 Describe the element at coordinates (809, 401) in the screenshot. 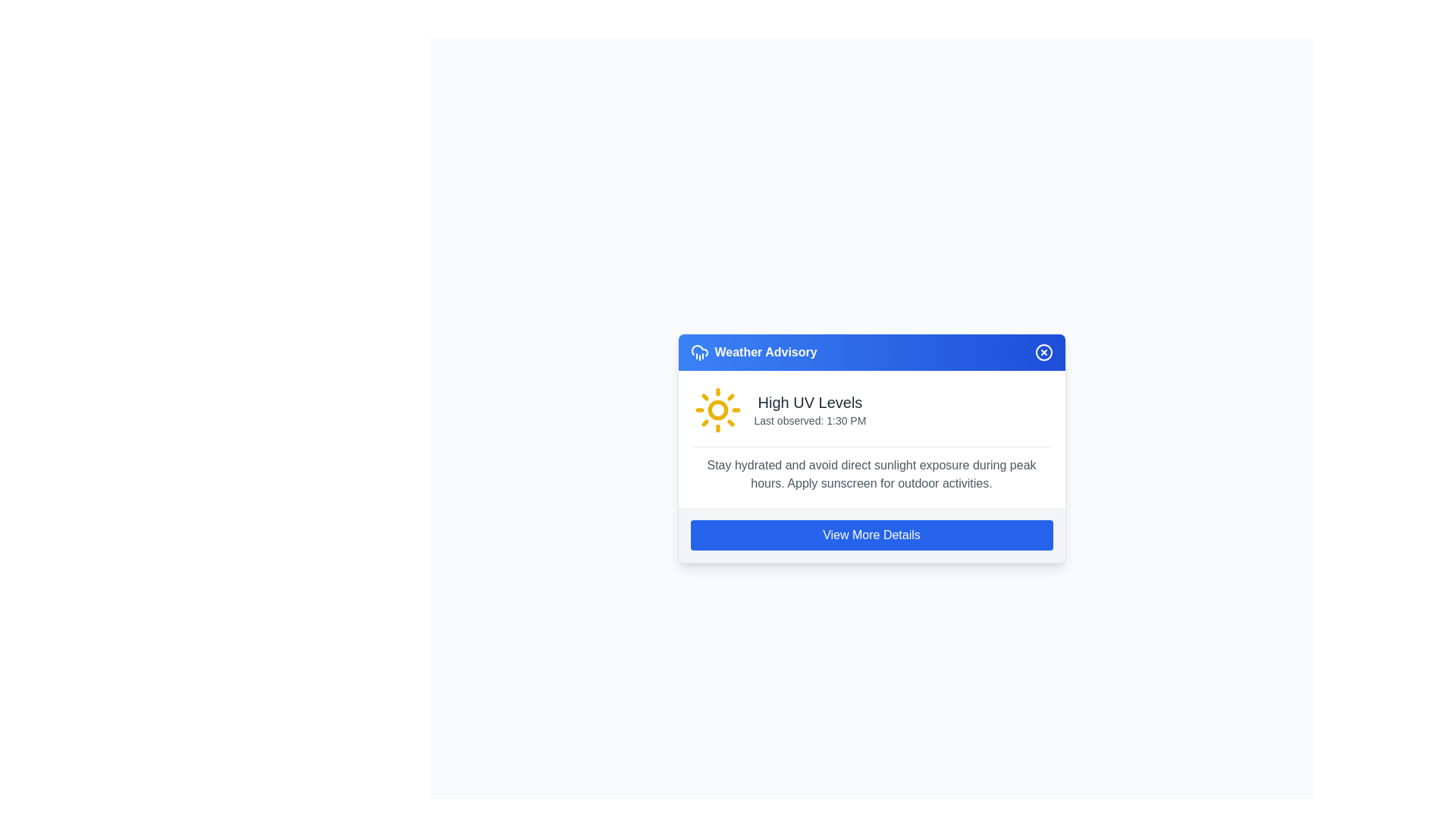

I see `the Text label indicating UV levels within the weather advisory panel, positioned slightly to the right of the center and above the smaller text 'Last observed: 1:30 PM'` at that location.